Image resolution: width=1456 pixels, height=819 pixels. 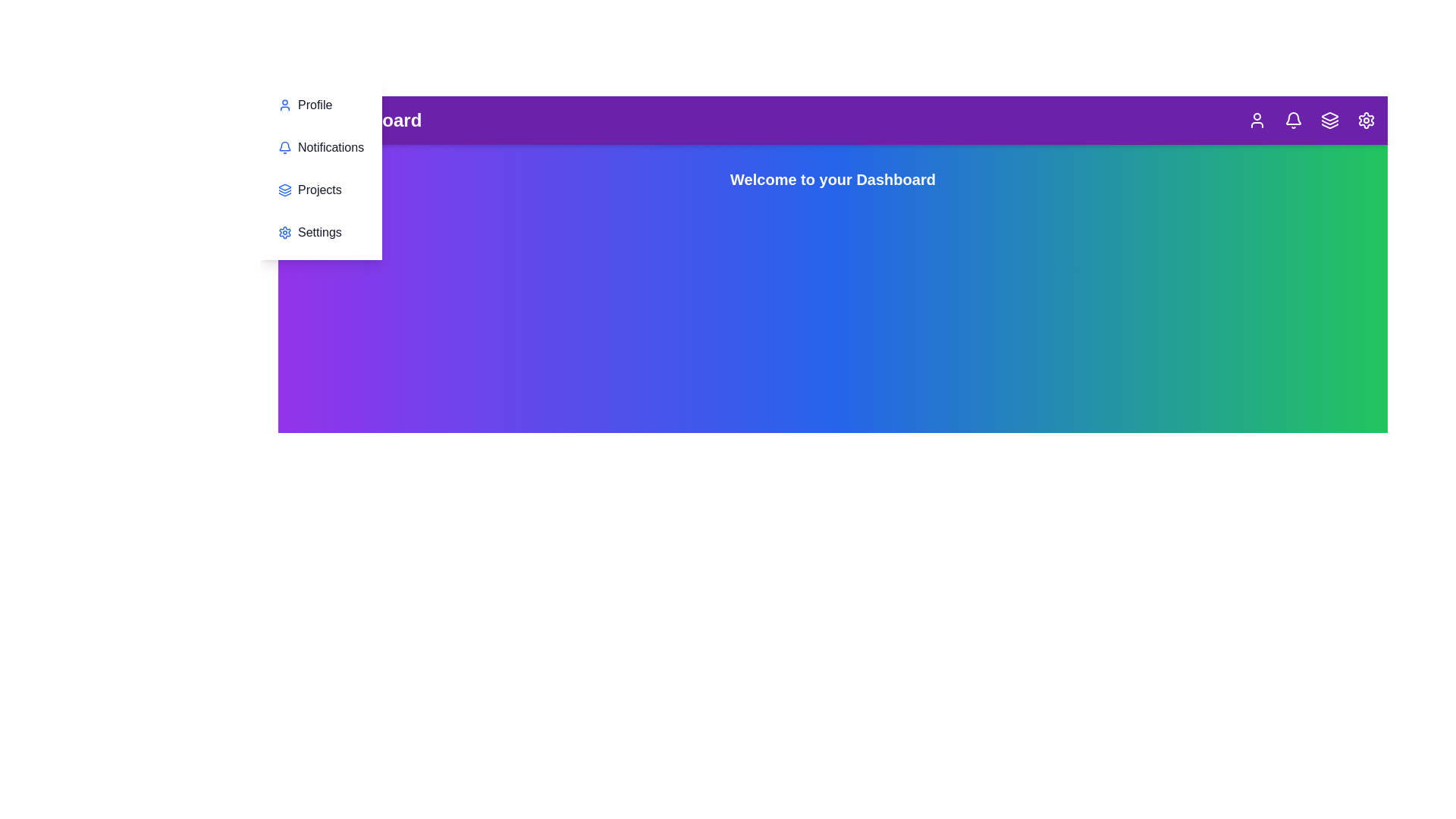 I want to click on the 'Projects' section in the menu, so click(x=319, y=189).